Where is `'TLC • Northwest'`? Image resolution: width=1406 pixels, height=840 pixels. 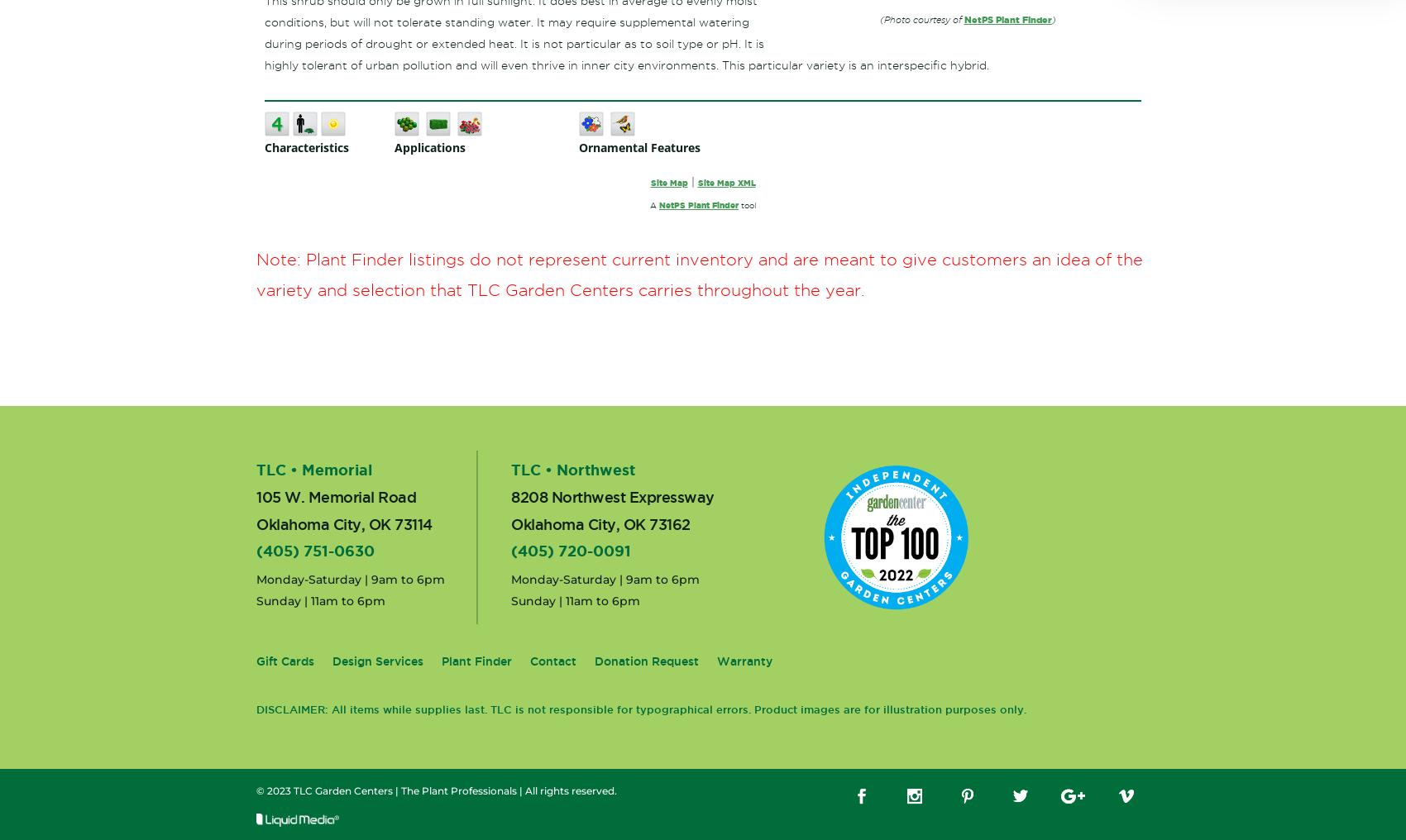
'TLC • Northwest' is located at coordinates (572, 469).